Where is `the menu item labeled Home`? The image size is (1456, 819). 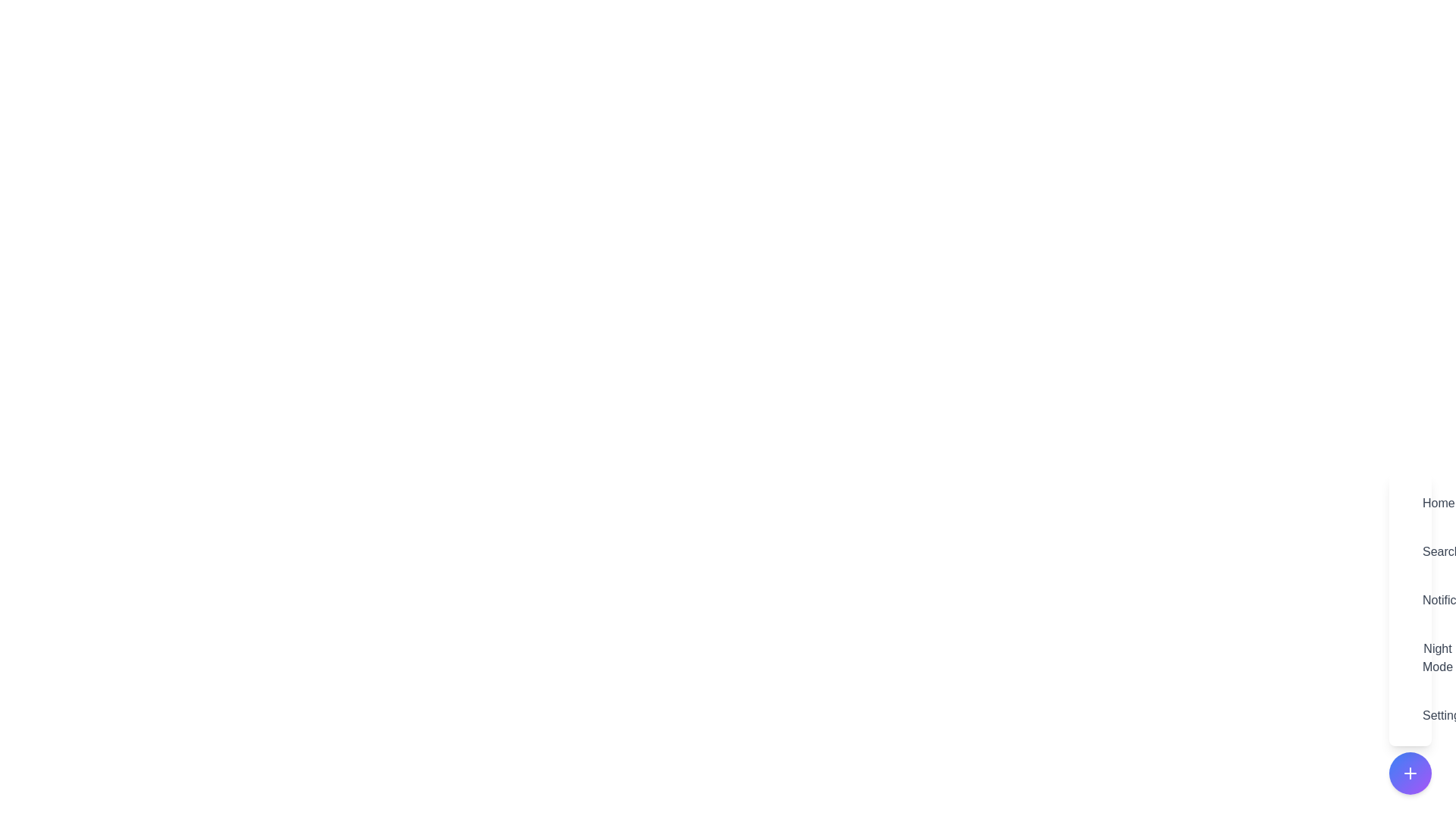 the menu item labeled Home is located at coordinates (1410, 503).